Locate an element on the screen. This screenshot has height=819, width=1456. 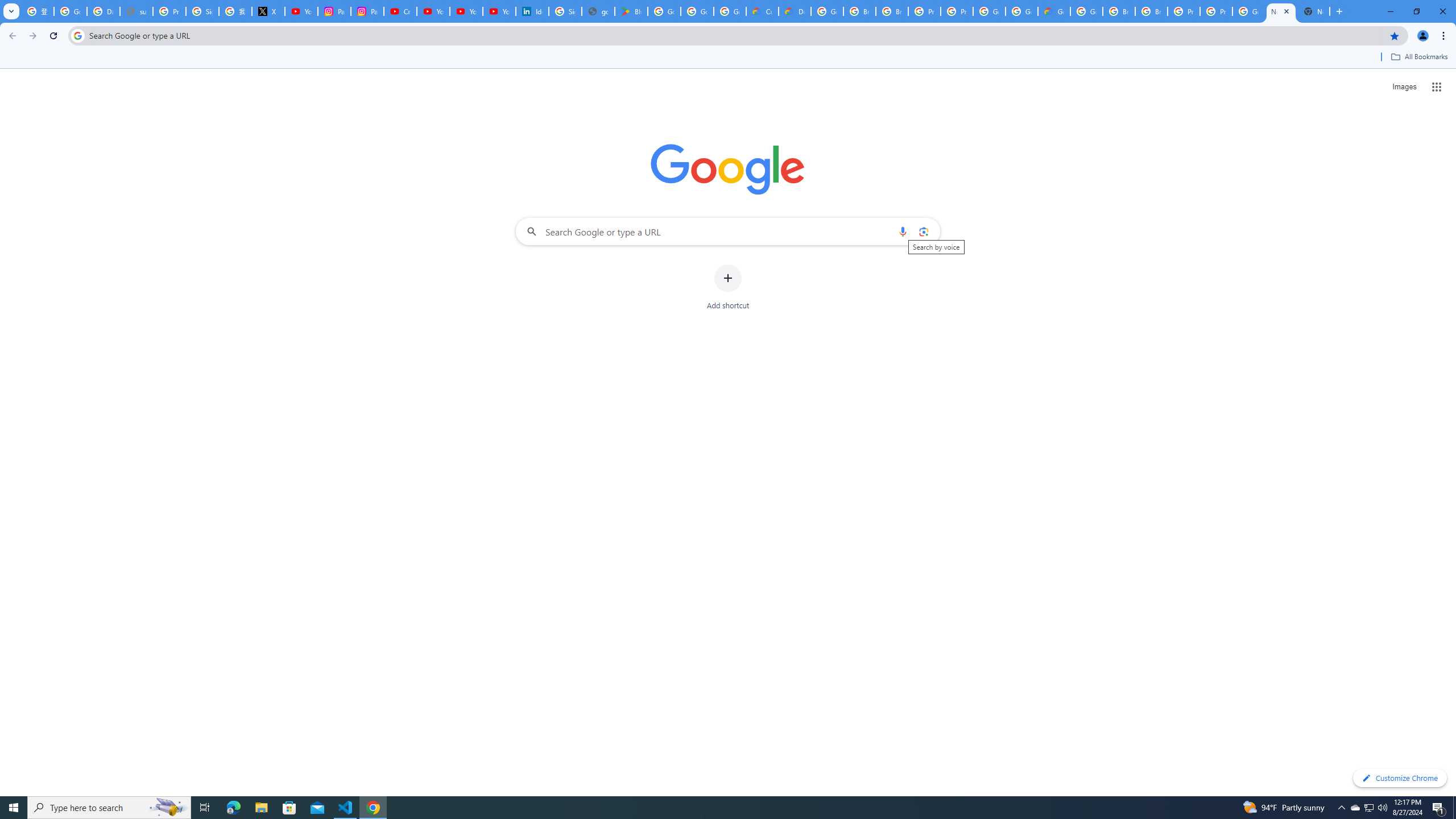
'Search by voice' is located at coordinates (902, 230).